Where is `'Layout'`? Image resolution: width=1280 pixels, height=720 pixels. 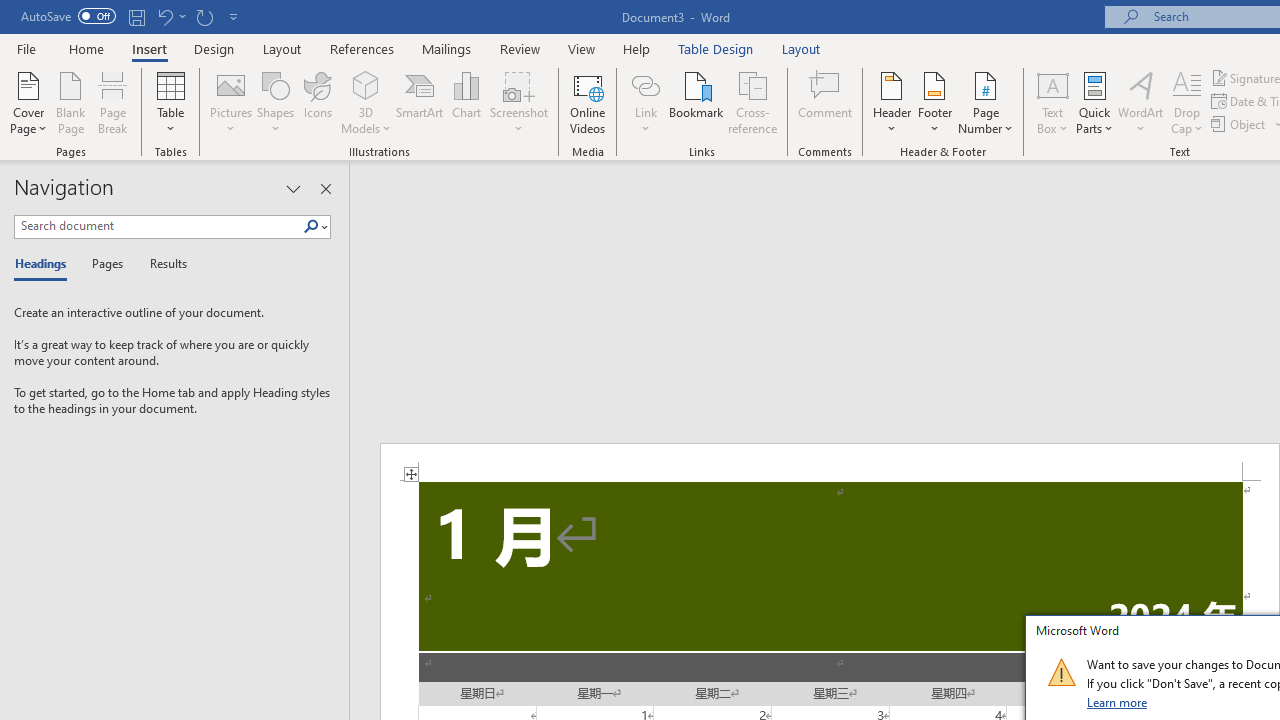
'Layout' is located at coordinates (801, 48).